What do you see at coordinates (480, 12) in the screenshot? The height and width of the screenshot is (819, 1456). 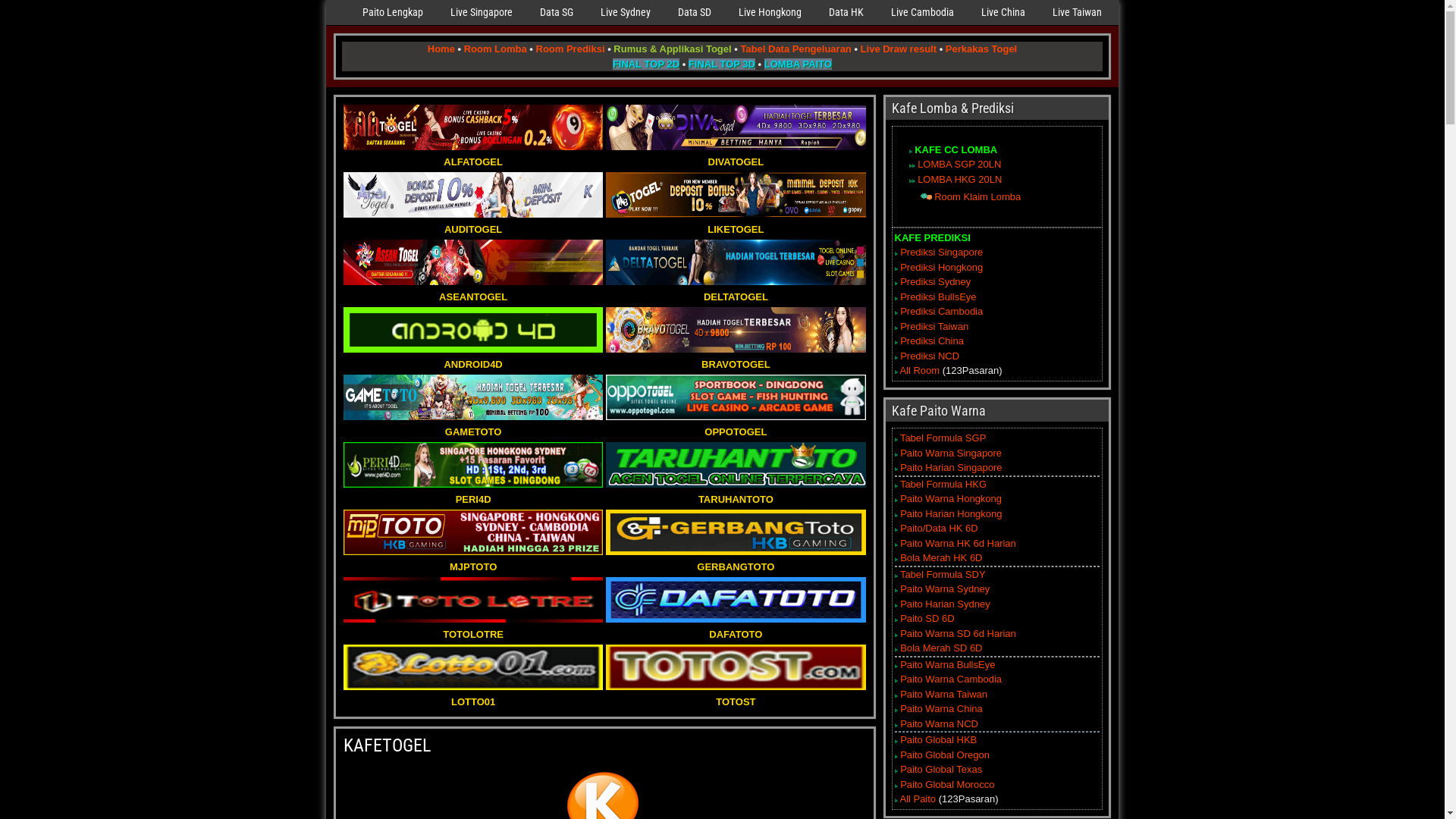 I see `'Live Singapore'` at bounding box center [480, 12].